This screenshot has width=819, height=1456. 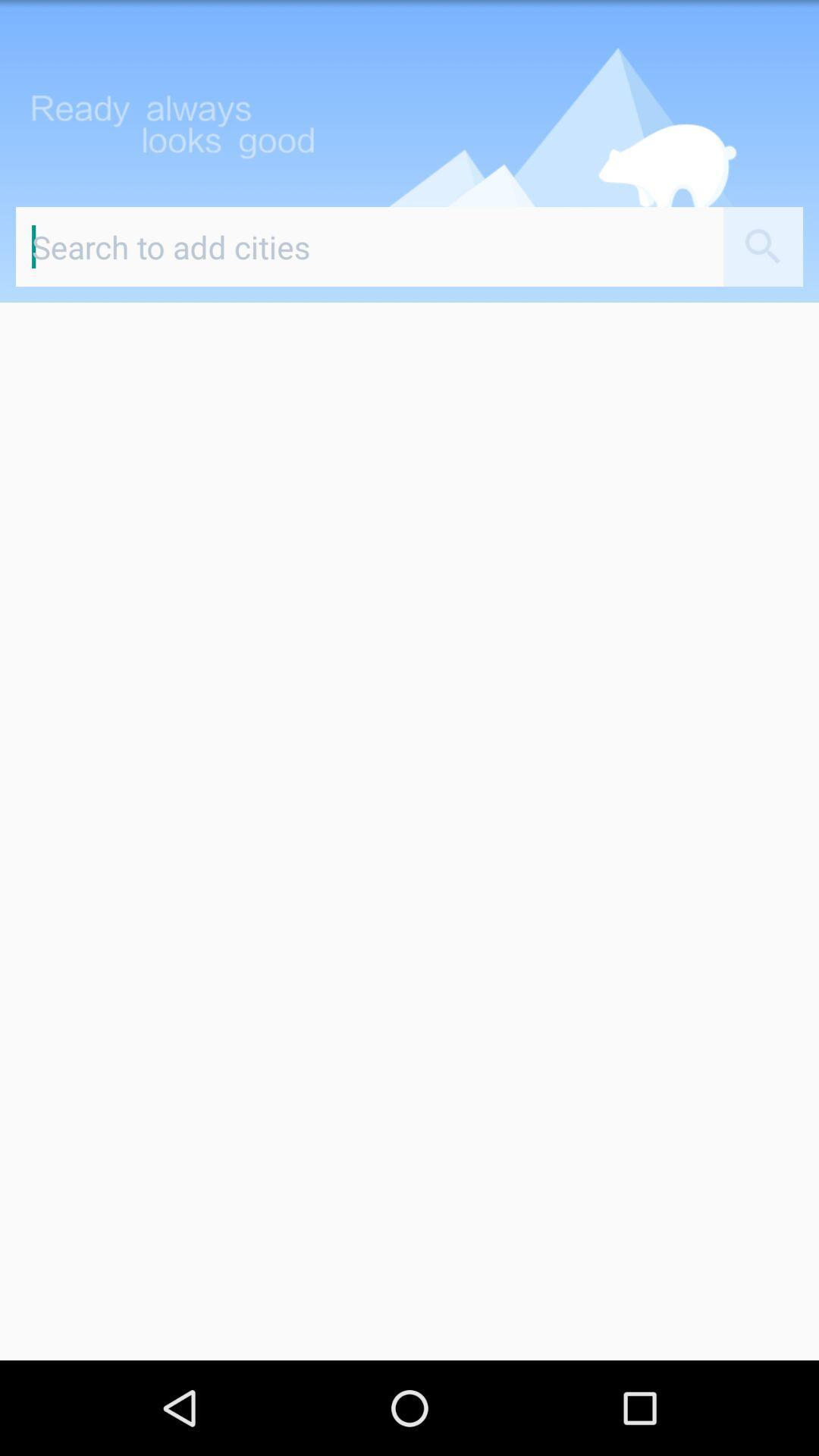 I want to click on search field, so click(x=369, y=246).